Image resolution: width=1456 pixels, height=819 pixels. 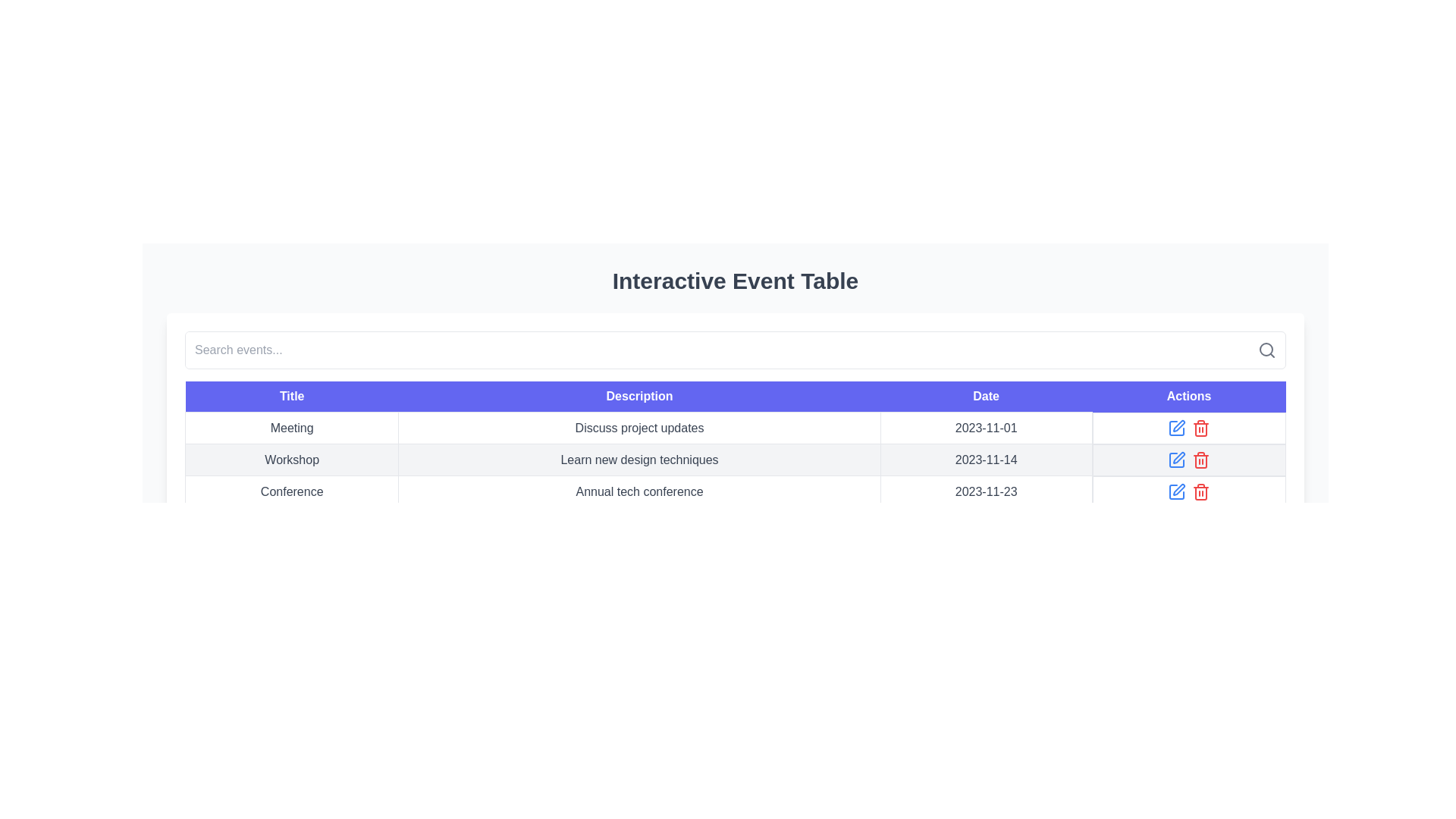 I want to click on text content of the second item in the row labeled 'Meeting' within the 'Interactive Event Table', which provides a description of the event, so click(x=639, y=428).